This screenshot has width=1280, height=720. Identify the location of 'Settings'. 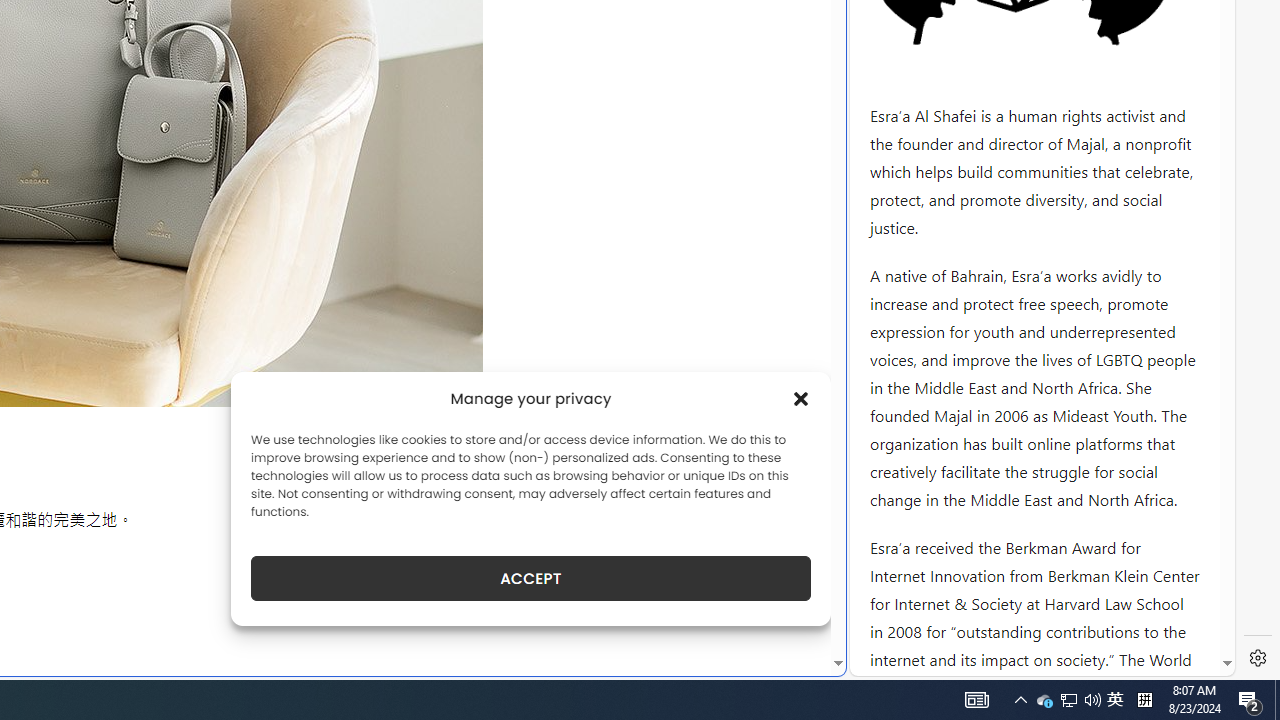
(1257, 658).